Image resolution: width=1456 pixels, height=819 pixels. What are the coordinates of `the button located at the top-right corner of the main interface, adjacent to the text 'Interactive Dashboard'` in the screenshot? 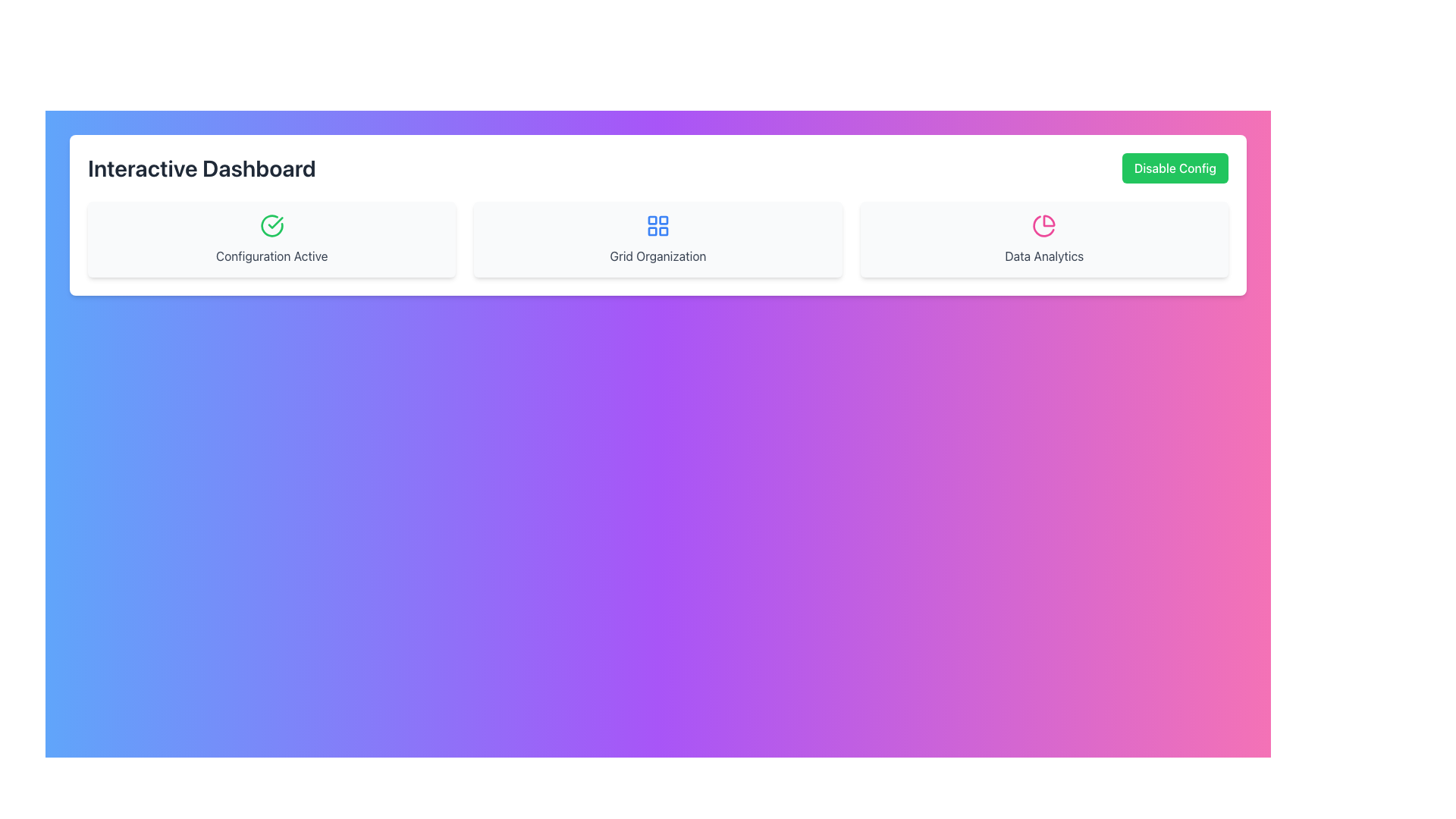 It's located at (1175, 168).